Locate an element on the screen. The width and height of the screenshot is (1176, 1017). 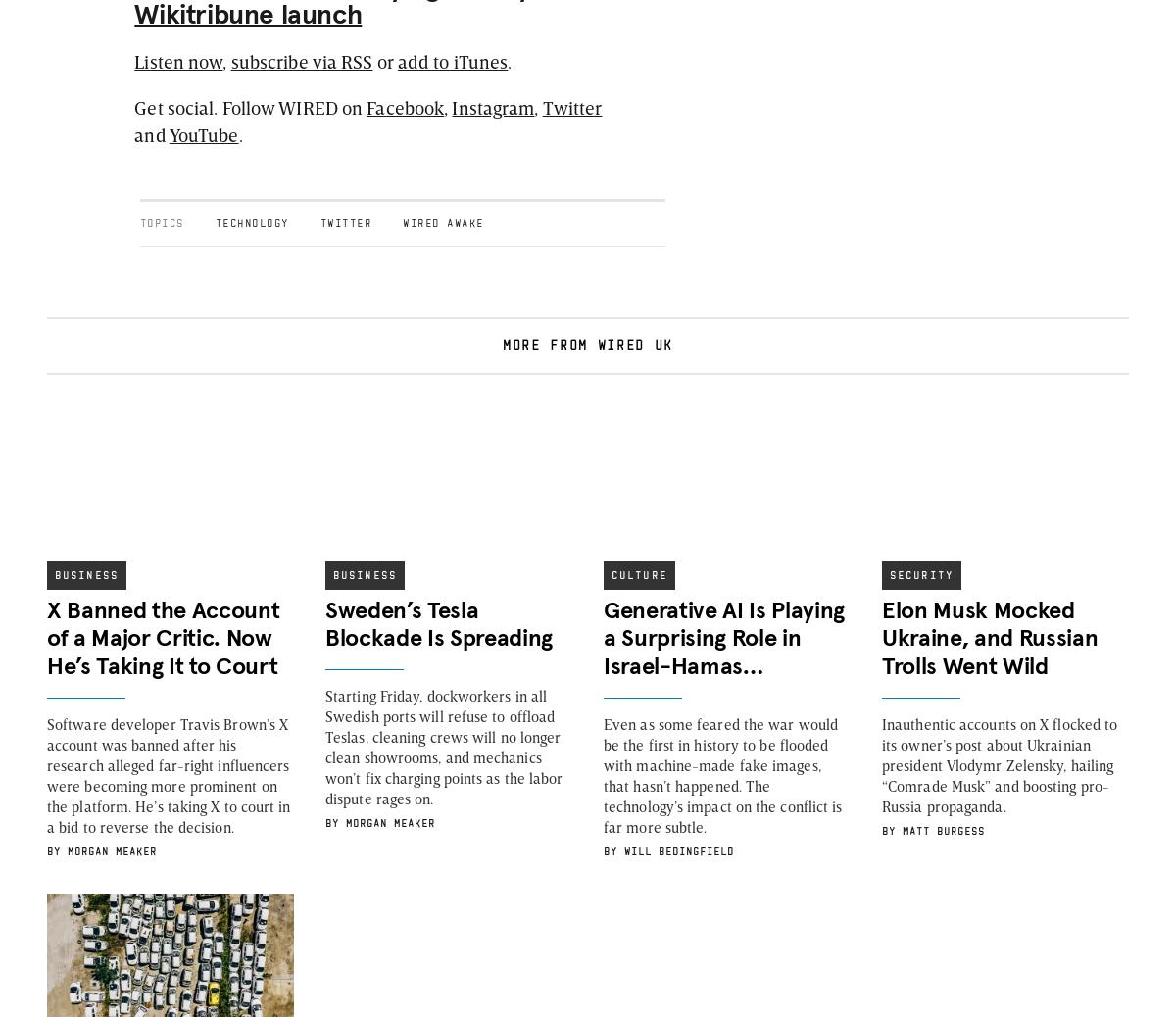
'Inauthentic accounts on X flocked to its owner’s post about Ukrainian president Vlodymr Zelensky, hailing “Comrade Musk” and boosting pro-Russia propaganda.' is located at coordinates (1000, 763).